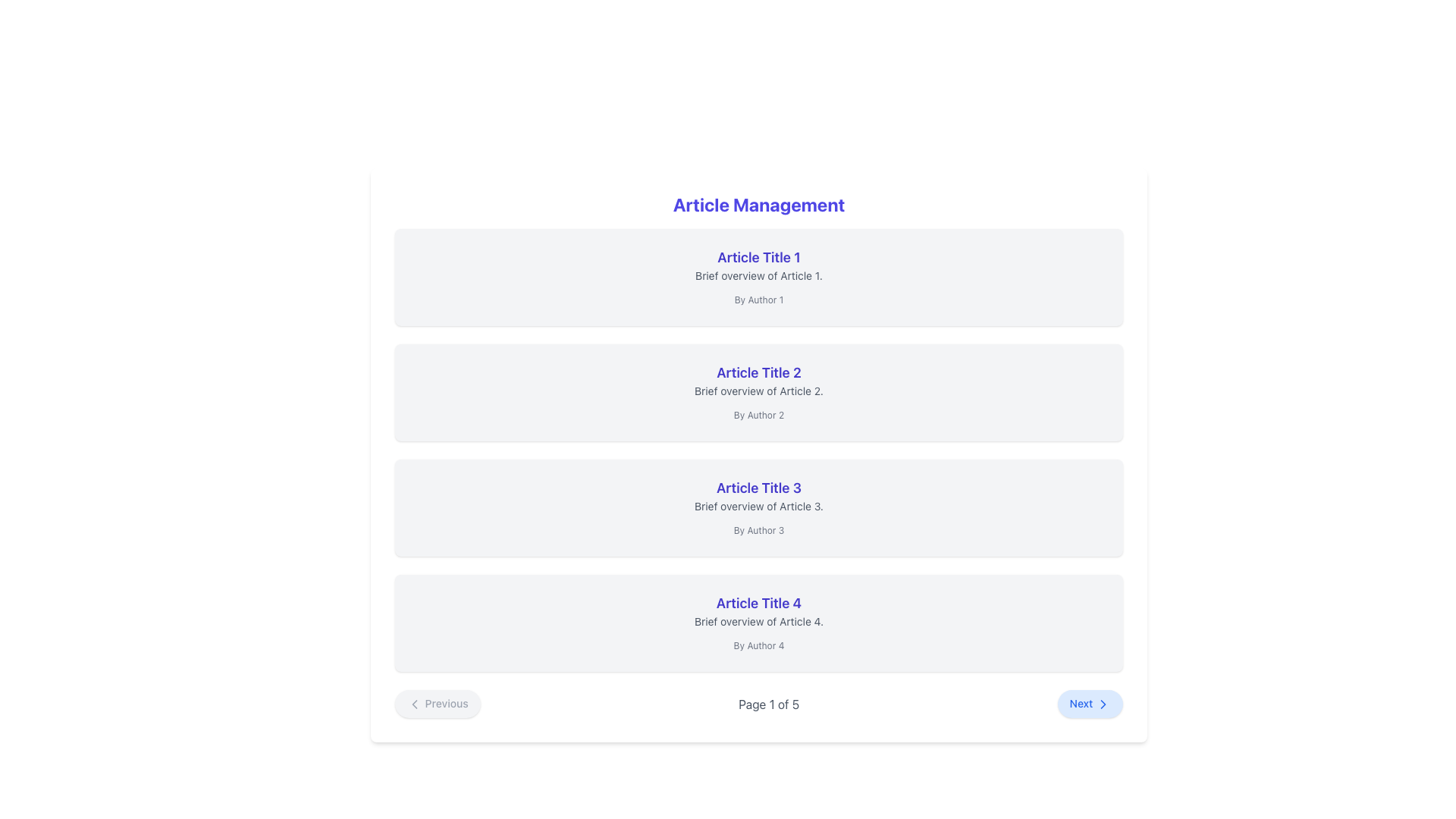 The image size is (1456, 819). Describe the element at coordinates (759, 602) in the screenshot. I see `the text label styled as the title of a content card that reads 'Article Title 4', which is prominently displayed in indigo color` at that location.